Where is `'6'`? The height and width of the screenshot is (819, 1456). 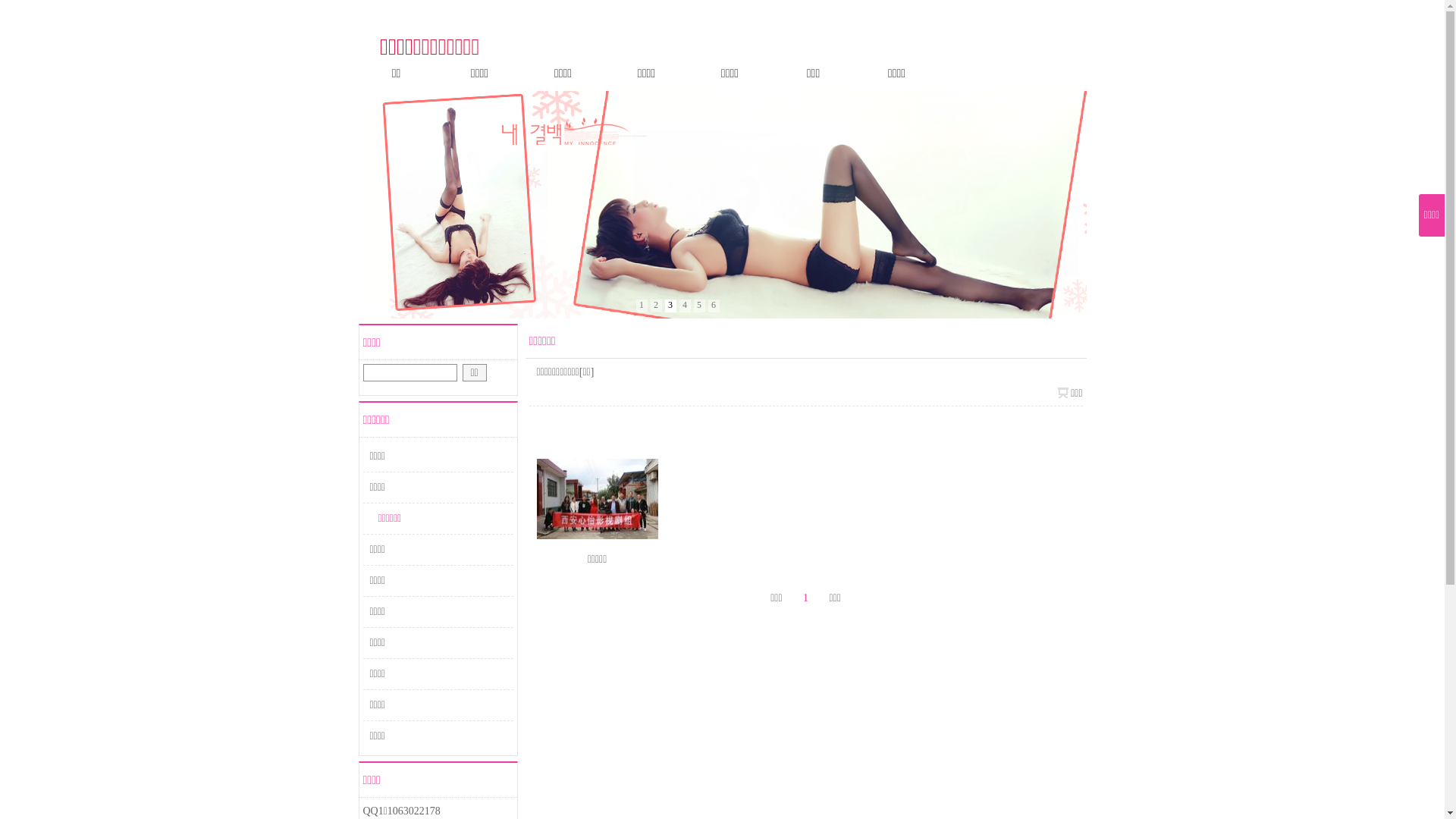
'6' is located at coordinates (713, 306).